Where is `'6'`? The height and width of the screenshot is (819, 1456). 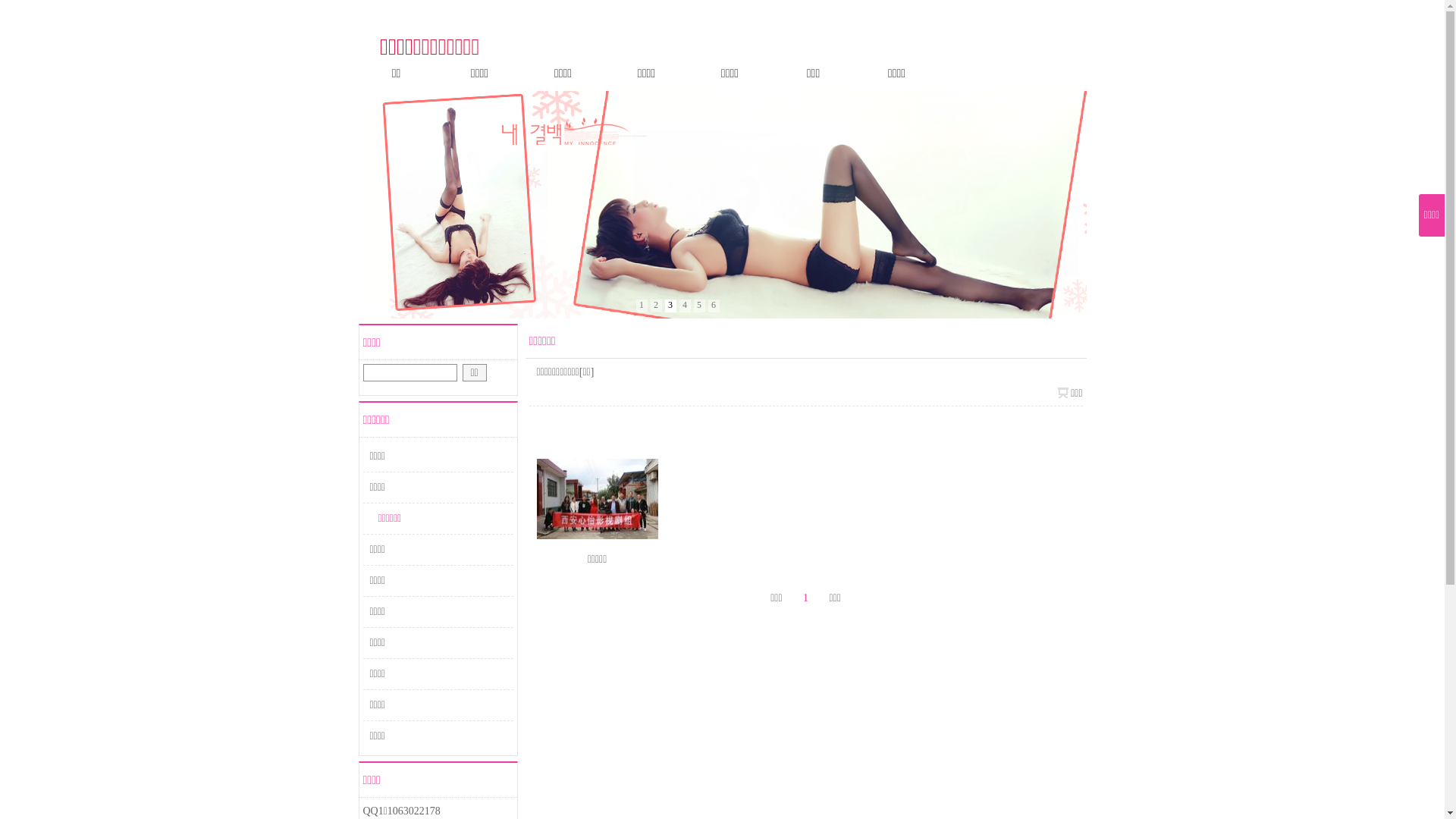
'6' is located at coordinates (713, 306).